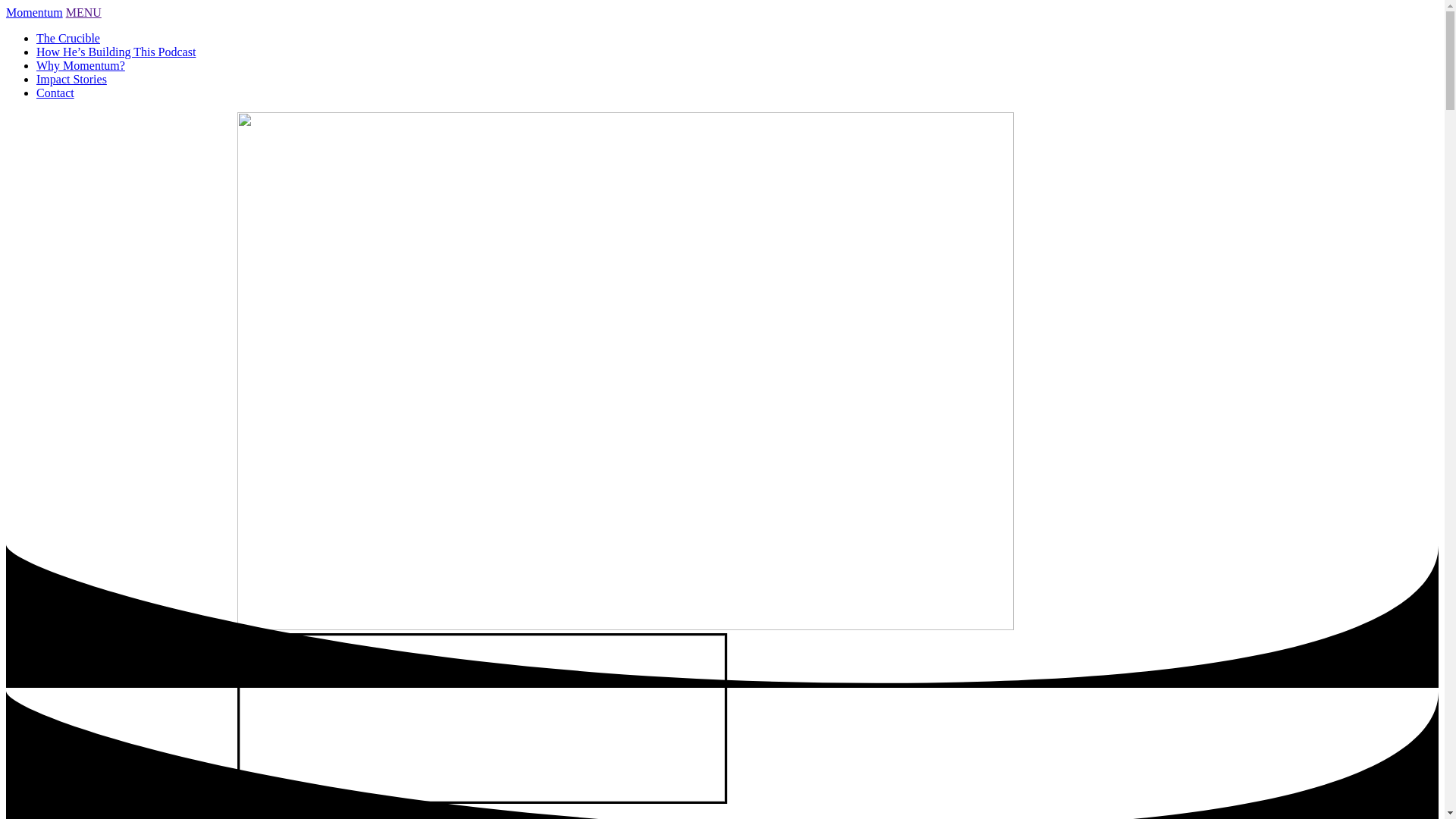 This screenshot has height=819, width=1456. I want to click on 'The Crucible', so click(67, 37).